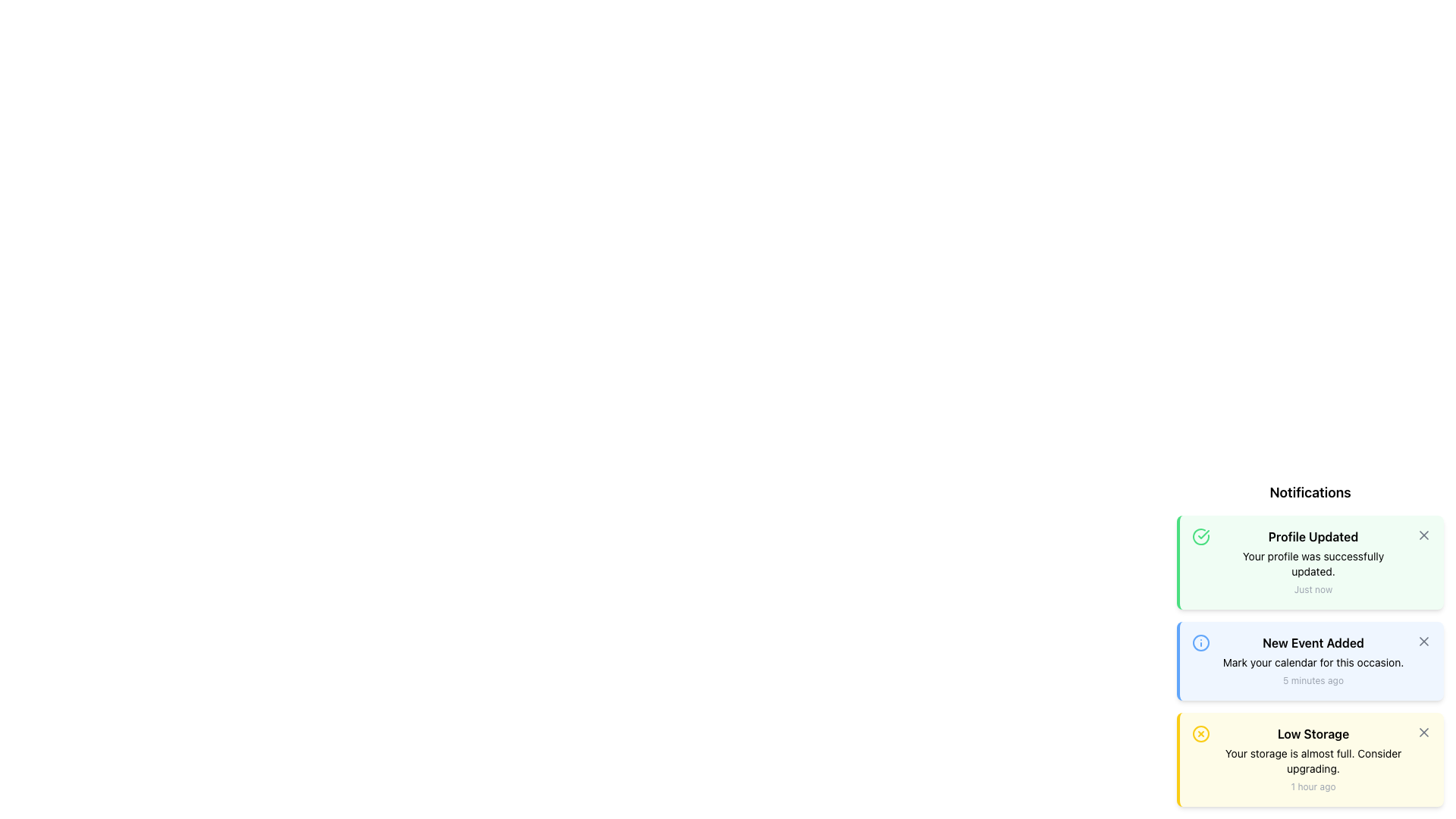 This screenshot has height=819, width=1456. What do you see at coordinates (1423, 731) in the screenshot?
I see `the dismiss button located in the top-right corner of the 'Low Storage' notification card` at bounding box center [1423, 731].